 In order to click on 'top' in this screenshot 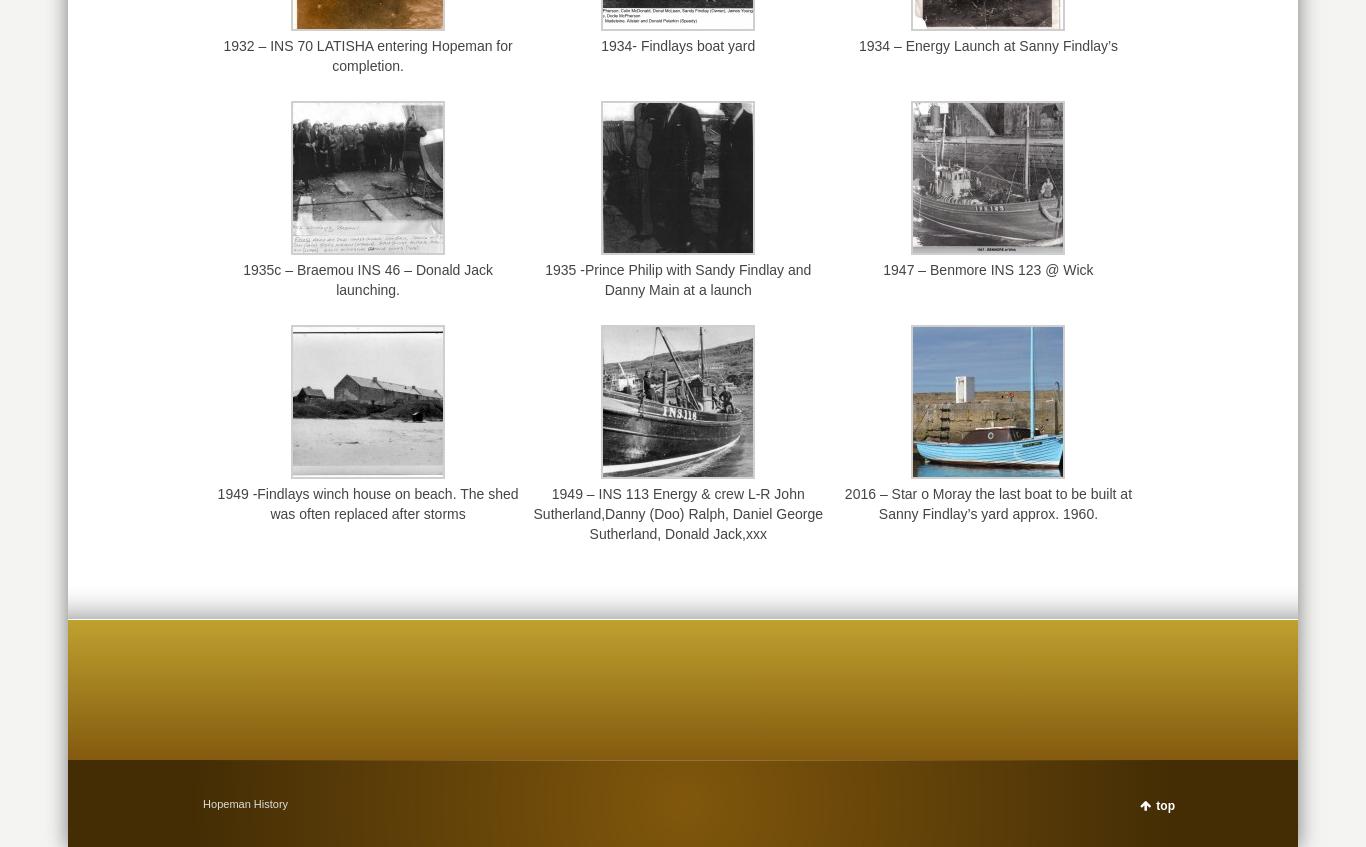, I will do `click(1165, 806)`.